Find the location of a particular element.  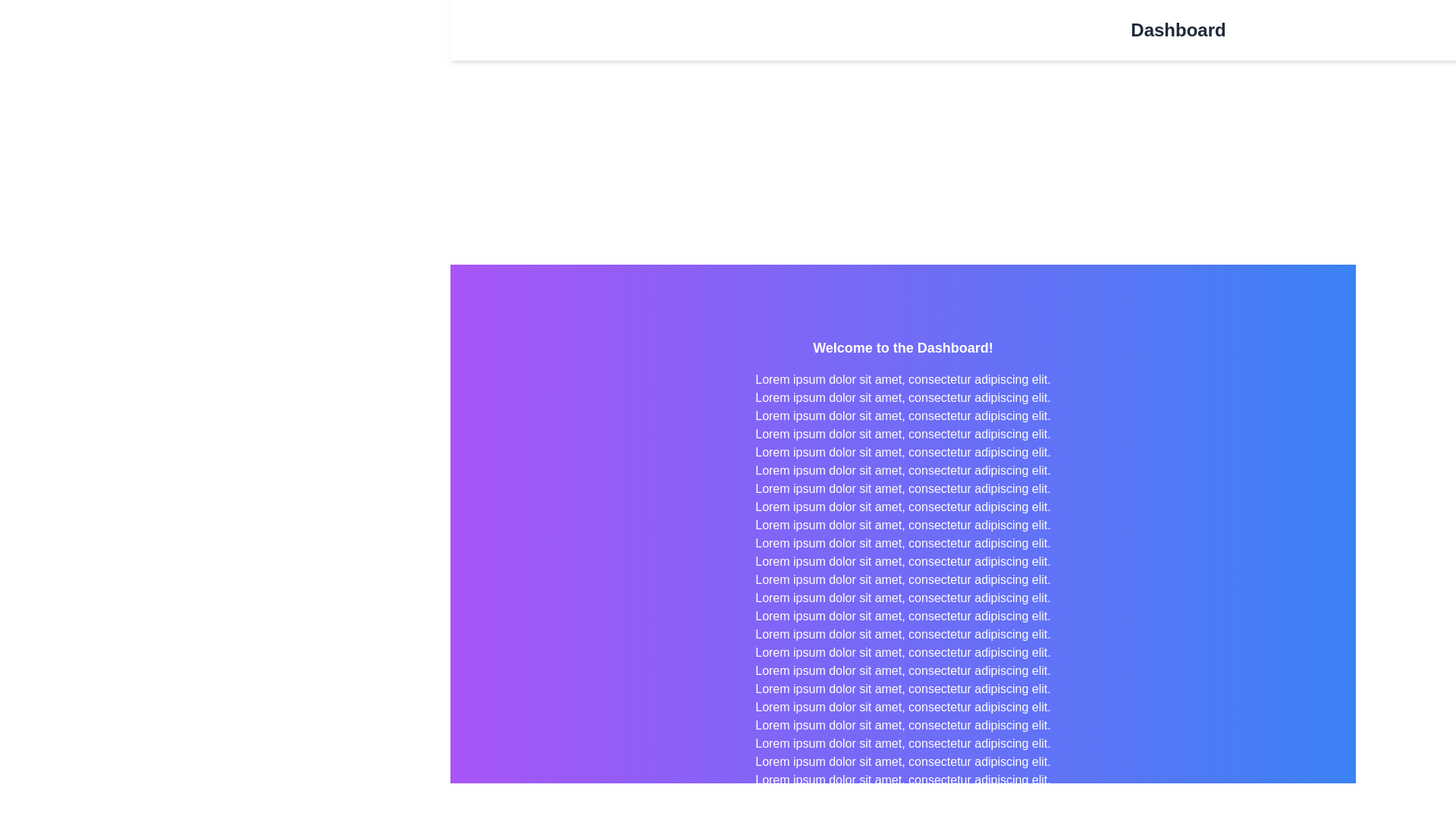

the 15th line of white static text that reads "Lorem ipsum dolor sit amet, consectetur adipiscing elit." displayed against a gradient background transitioning from purple to blue is located at coordinates (902, 617).